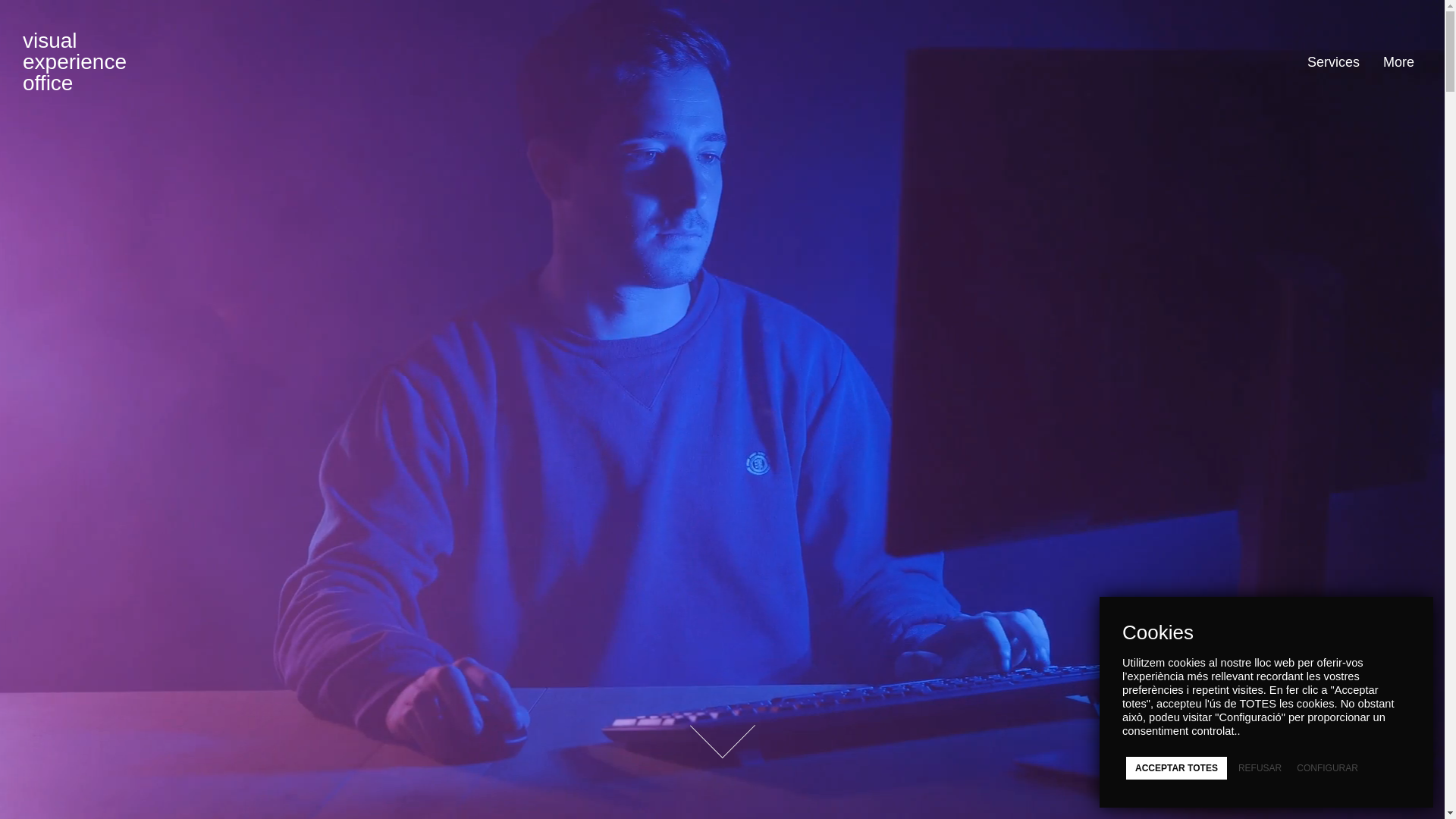 Image resolution: width=1456 pixels, height=819 pixels. What do you see at coordinates (1294, 61) in the screenshot?
I see `'Services'` at bounding box center [1294, 61].